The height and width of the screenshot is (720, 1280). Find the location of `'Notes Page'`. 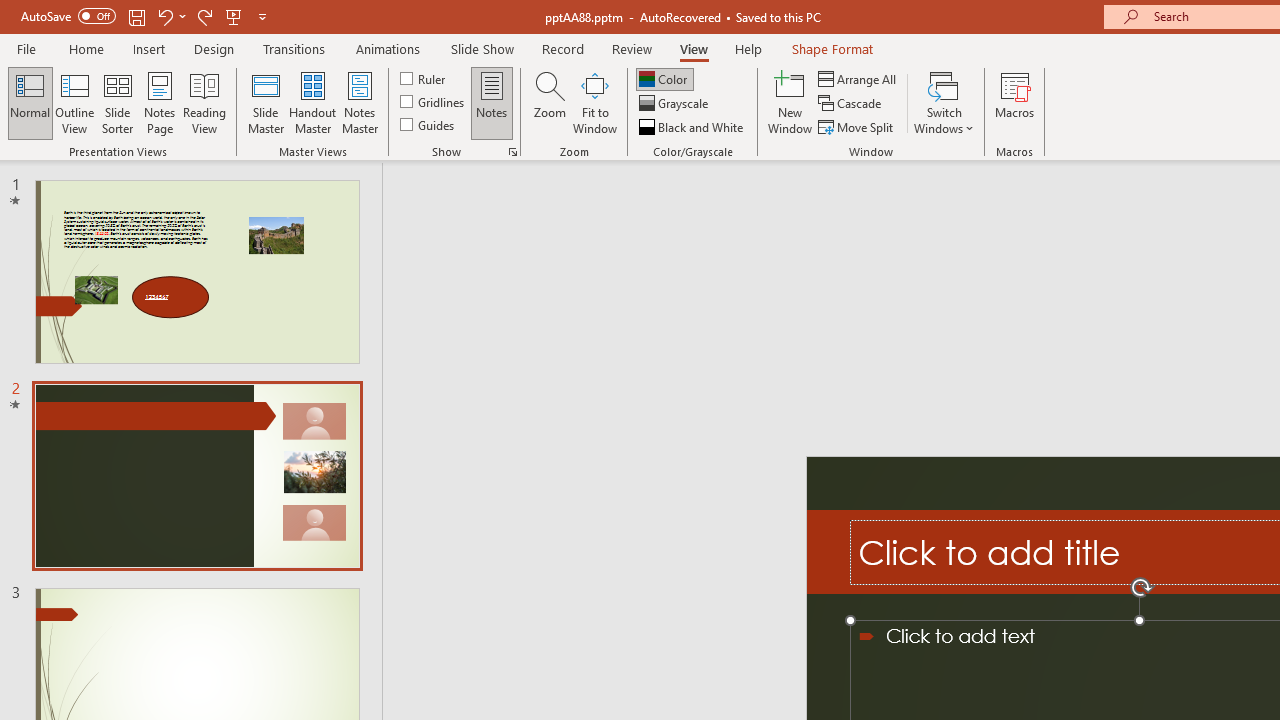

'Notes Page' is located at coordinates (160, 103).